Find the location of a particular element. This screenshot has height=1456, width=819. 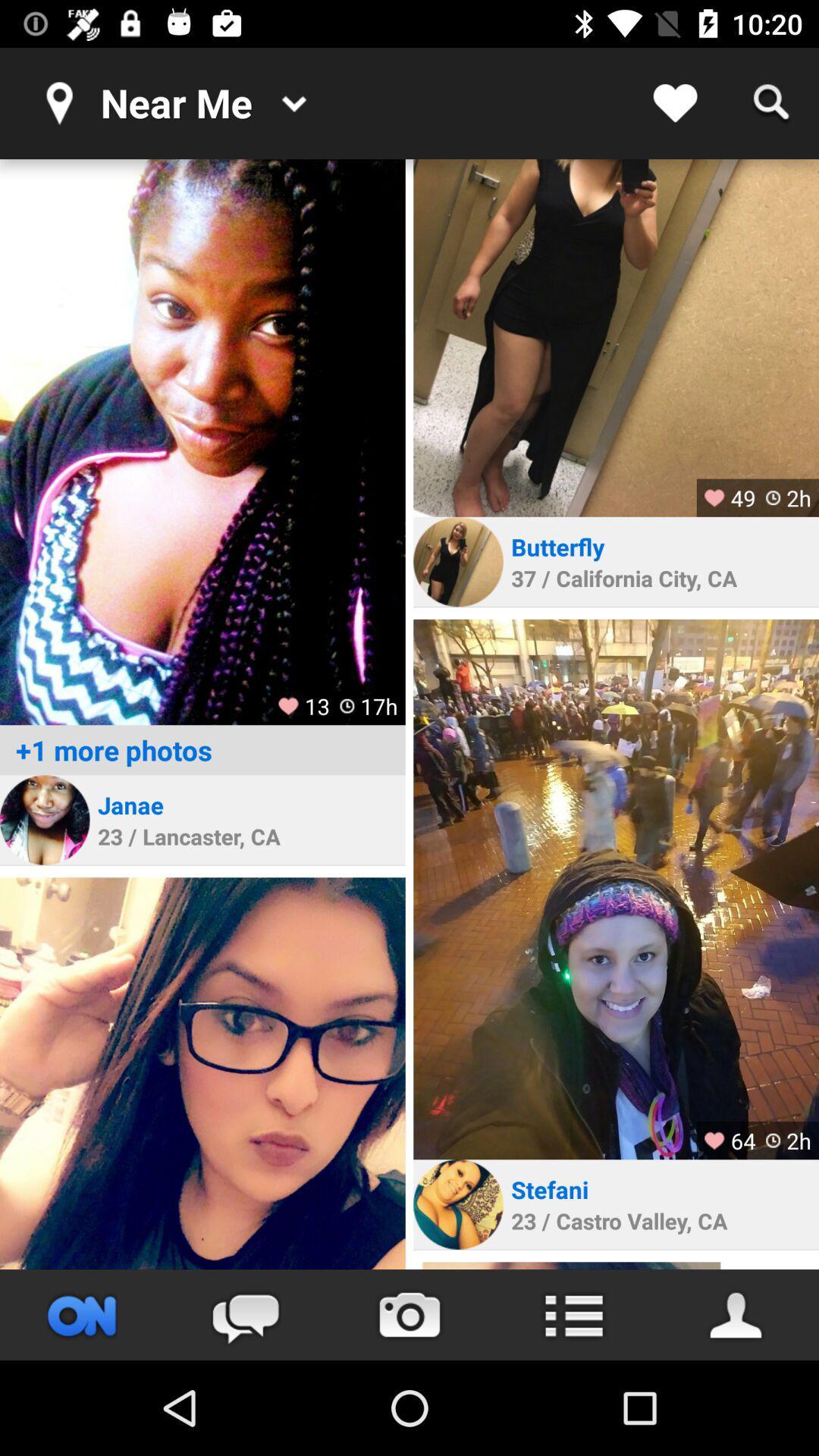

the list icon is located at coordinates (573, 1314).